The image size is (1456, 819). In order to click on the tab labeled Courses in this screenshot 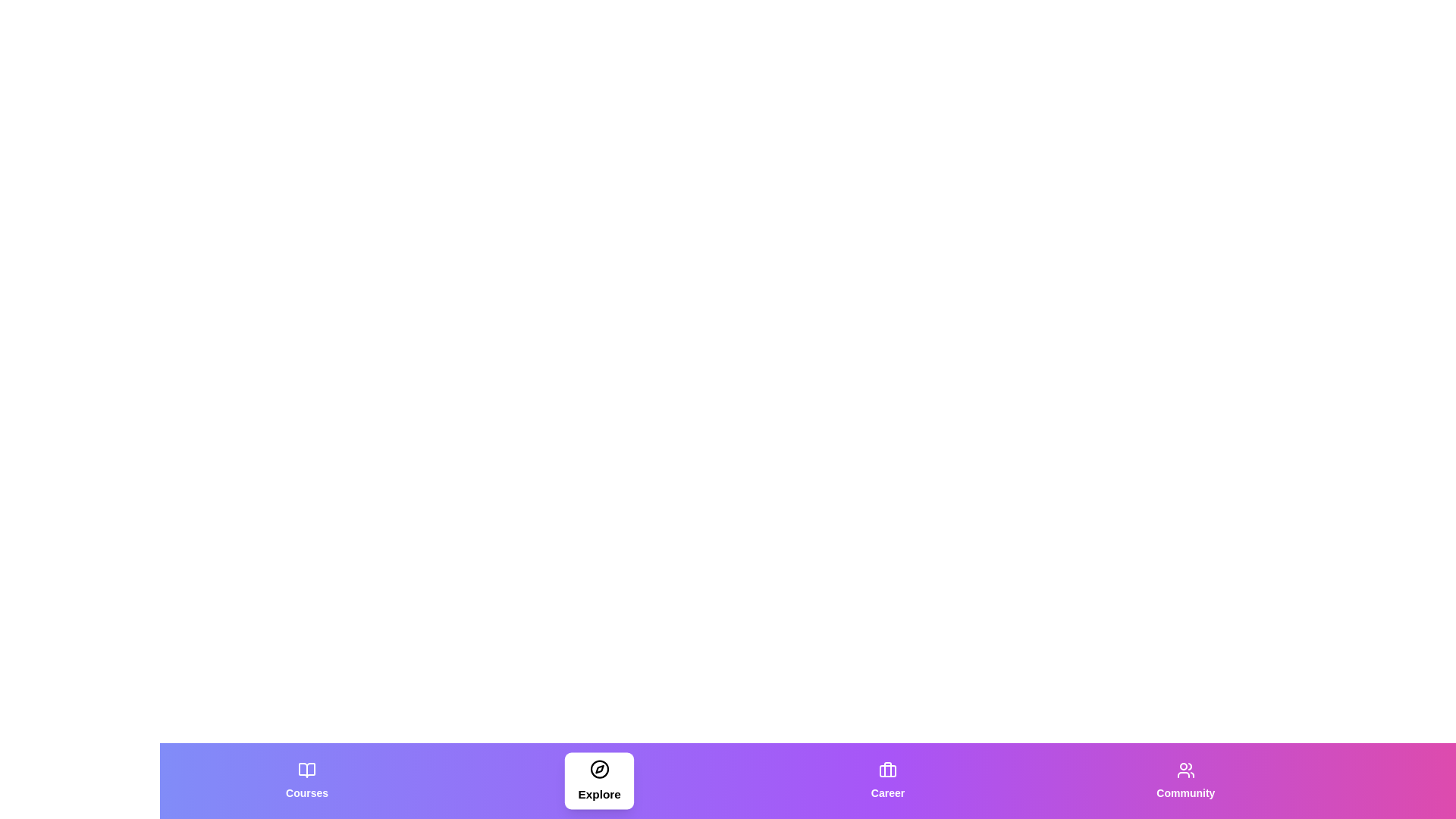, I will do `click(306, 780)`.